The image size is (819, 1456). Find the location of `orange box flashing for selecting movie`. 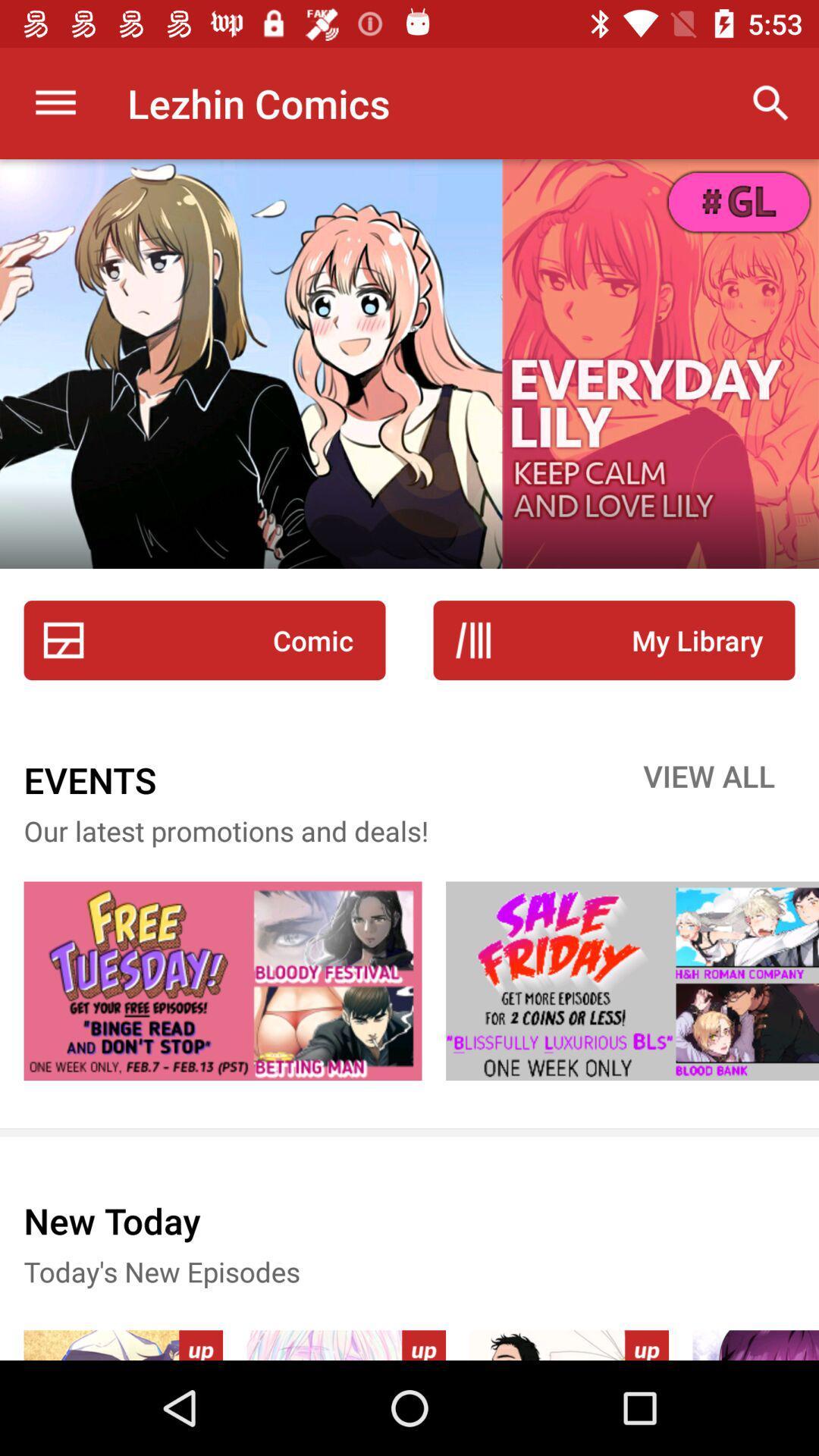

orange box flashing for selecting movie is located at coordinates (632, 981).